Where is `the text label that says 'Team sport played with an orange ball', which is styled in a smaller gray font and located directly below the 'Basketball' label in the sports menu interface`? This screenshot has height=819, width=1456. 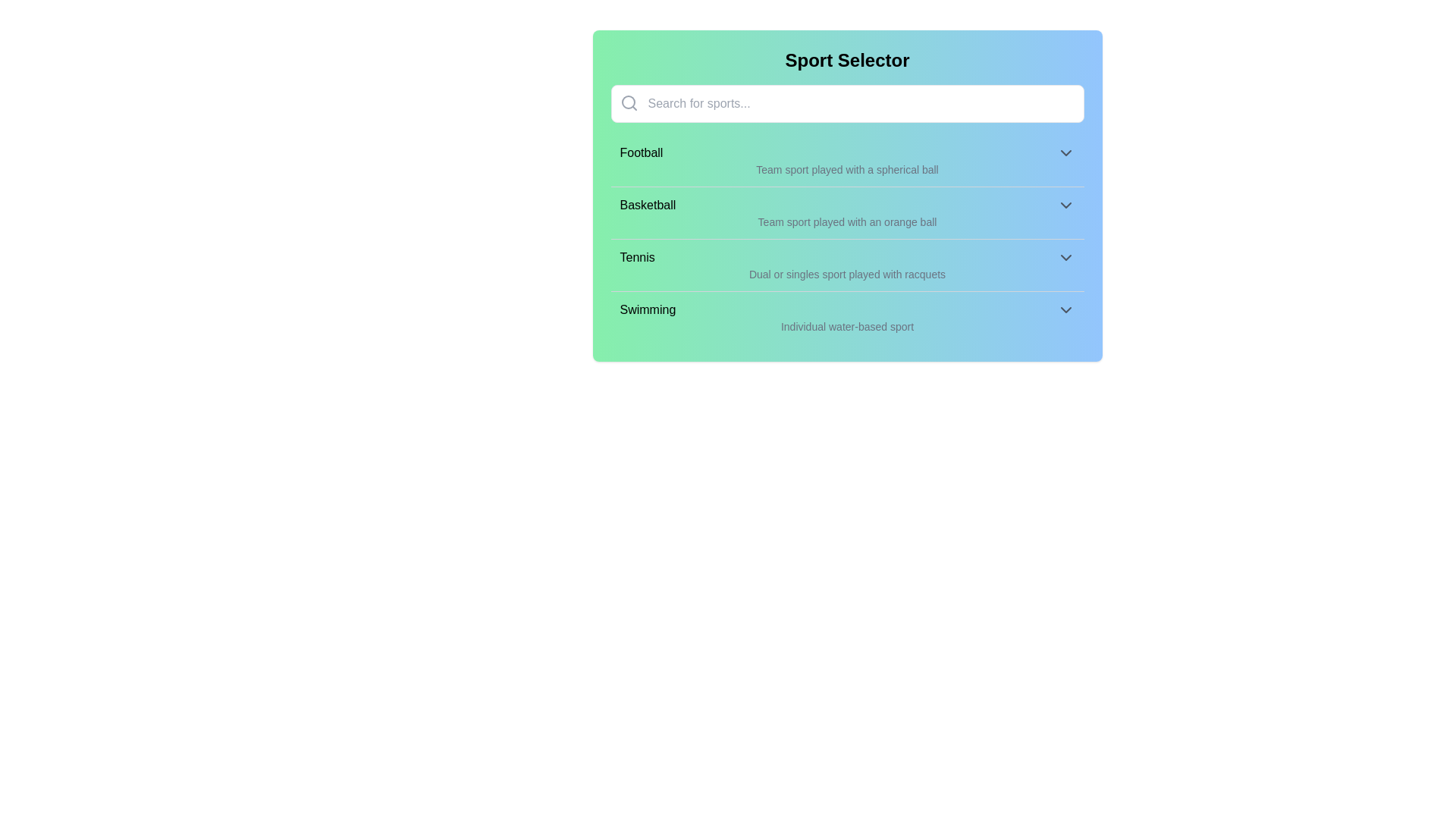 the text label that says 'Team sport played with an orange ball', which is styled in a smaller gray font and located directly below the 'Basketball' label in the sports menu interface is located at coordinates (846, 222).